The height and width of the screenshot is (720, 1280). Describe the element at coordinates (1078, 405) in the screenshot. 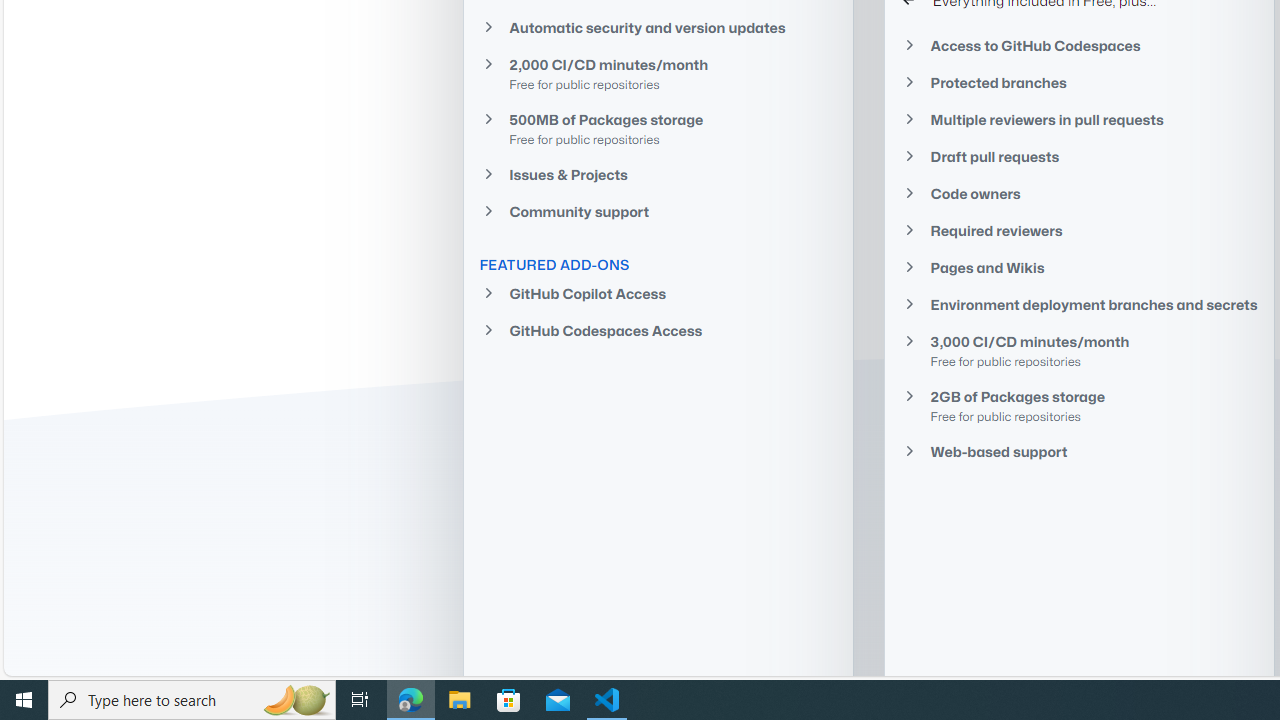

I see `'2GB of Packages storage Free for public repositories'` at that location.